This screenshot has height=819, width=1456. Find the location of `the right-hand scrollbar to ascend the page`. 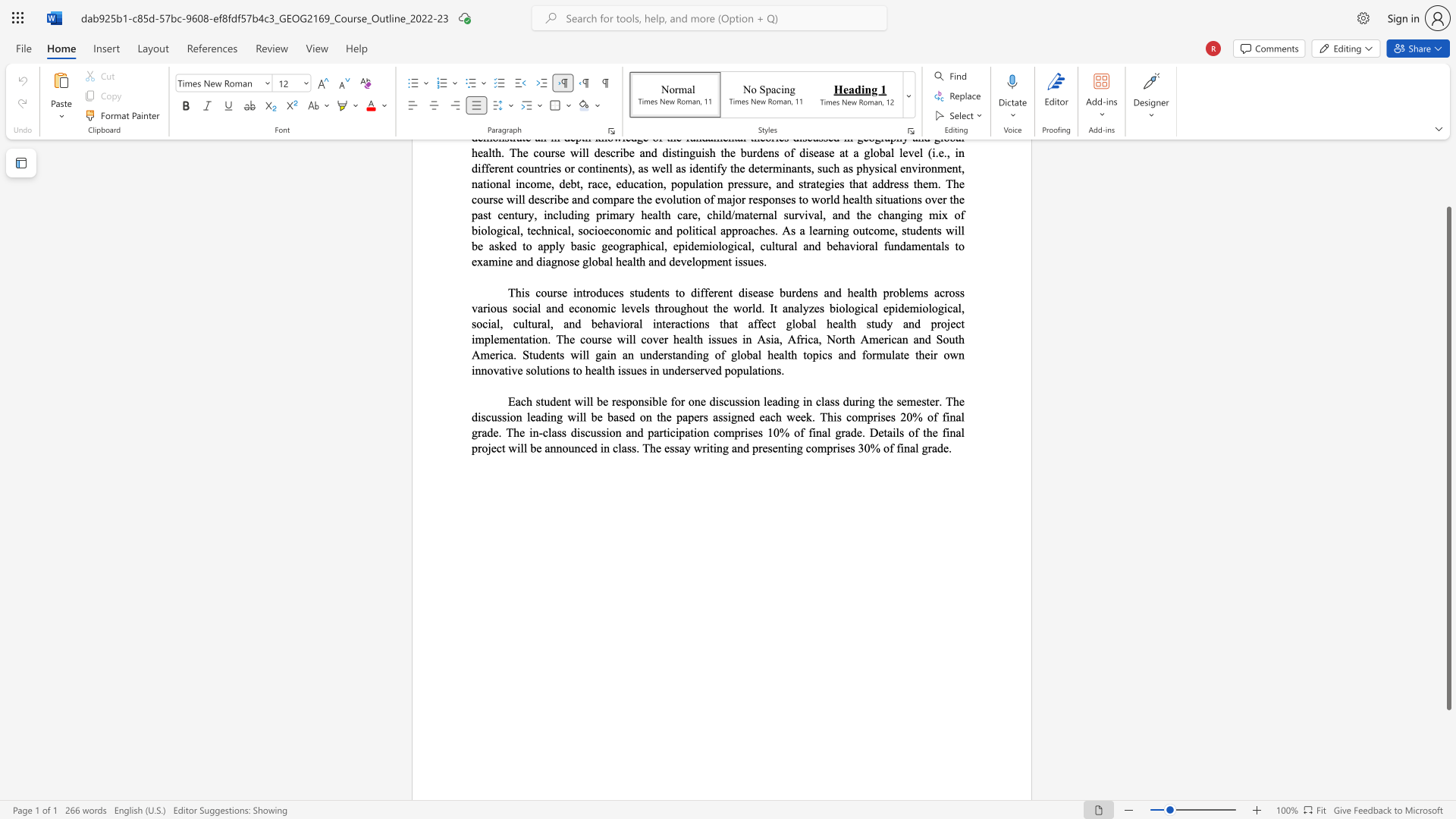

the right-hand scrollbar to ascend the page is located at coordinates (1448, 189).